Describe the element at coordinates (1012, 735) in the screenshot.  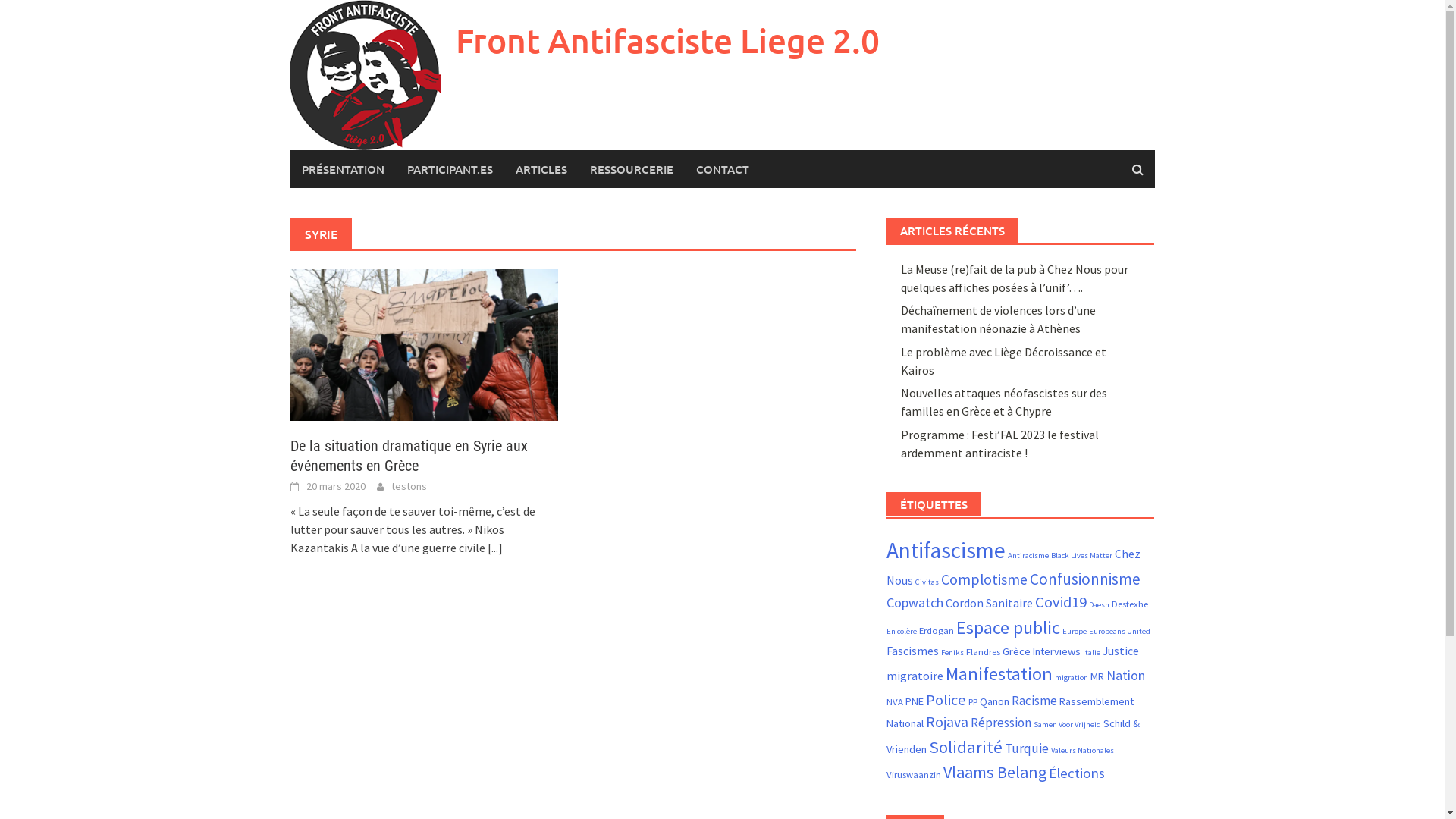
I see `'Schild & Vrienden'` at that location.